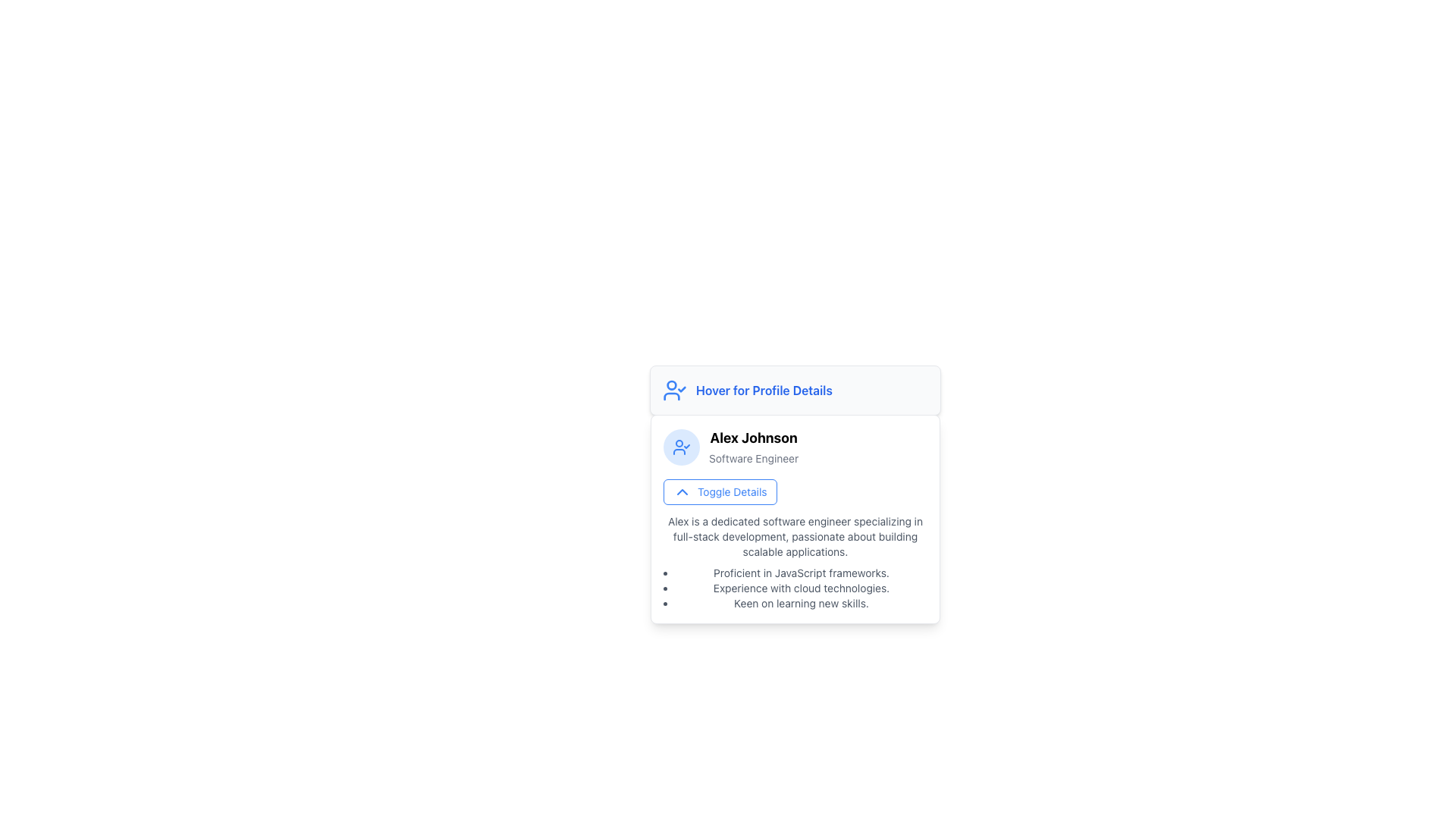  Describe the element at coordinates (682, 491) in the screenshot. I see `the chevron icon within the 'Toggle Details' button located in the second section of Alex Johnson's profile card` at that location.